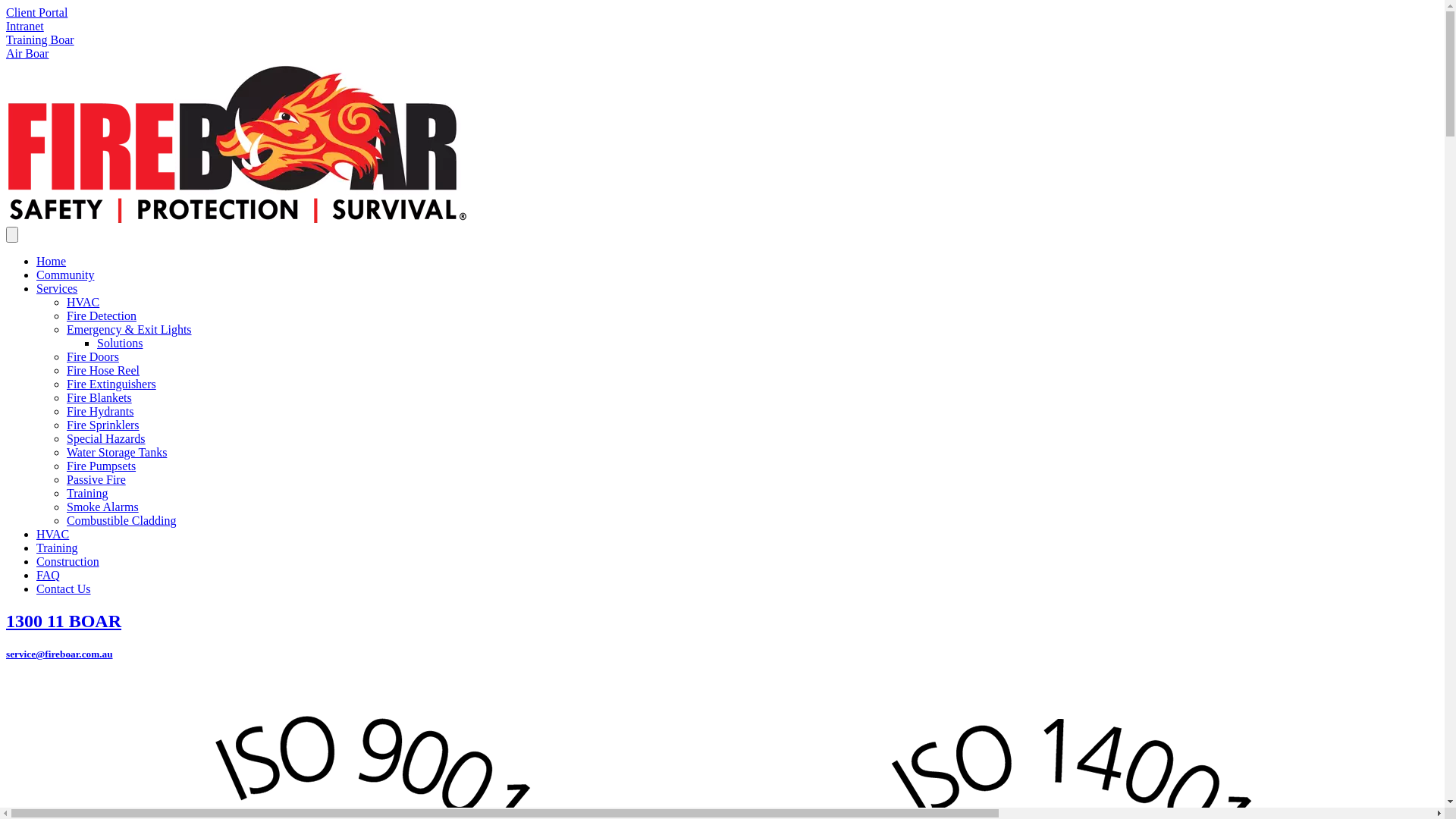  What do you see at coordinates (100, 465) in the screenshot?
I see `'Fire Pumpsets'` at bounding box center [100, 465].